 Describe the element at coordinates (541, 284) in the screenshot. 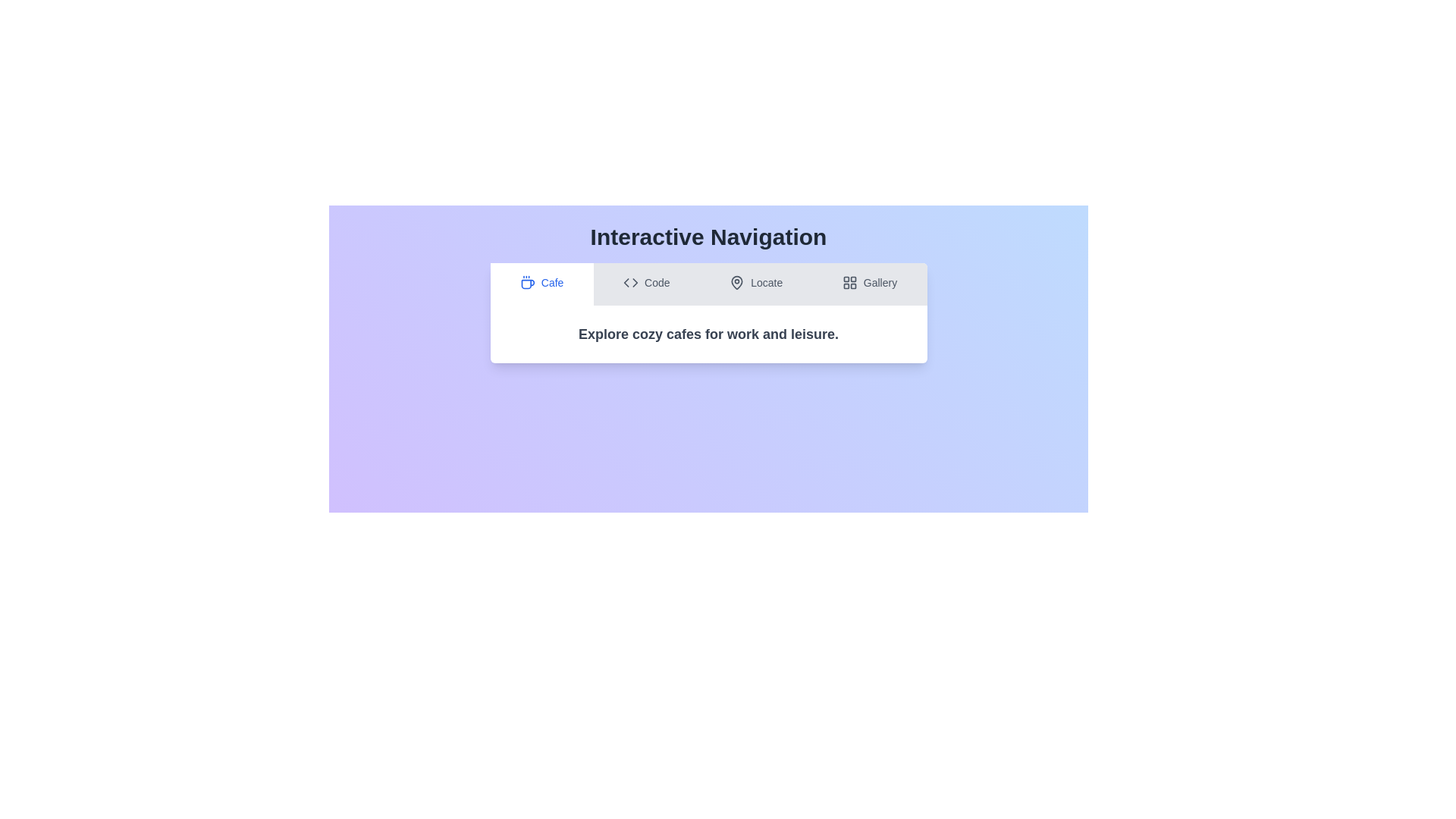

I see `the tab labeled Cafe` at that location.